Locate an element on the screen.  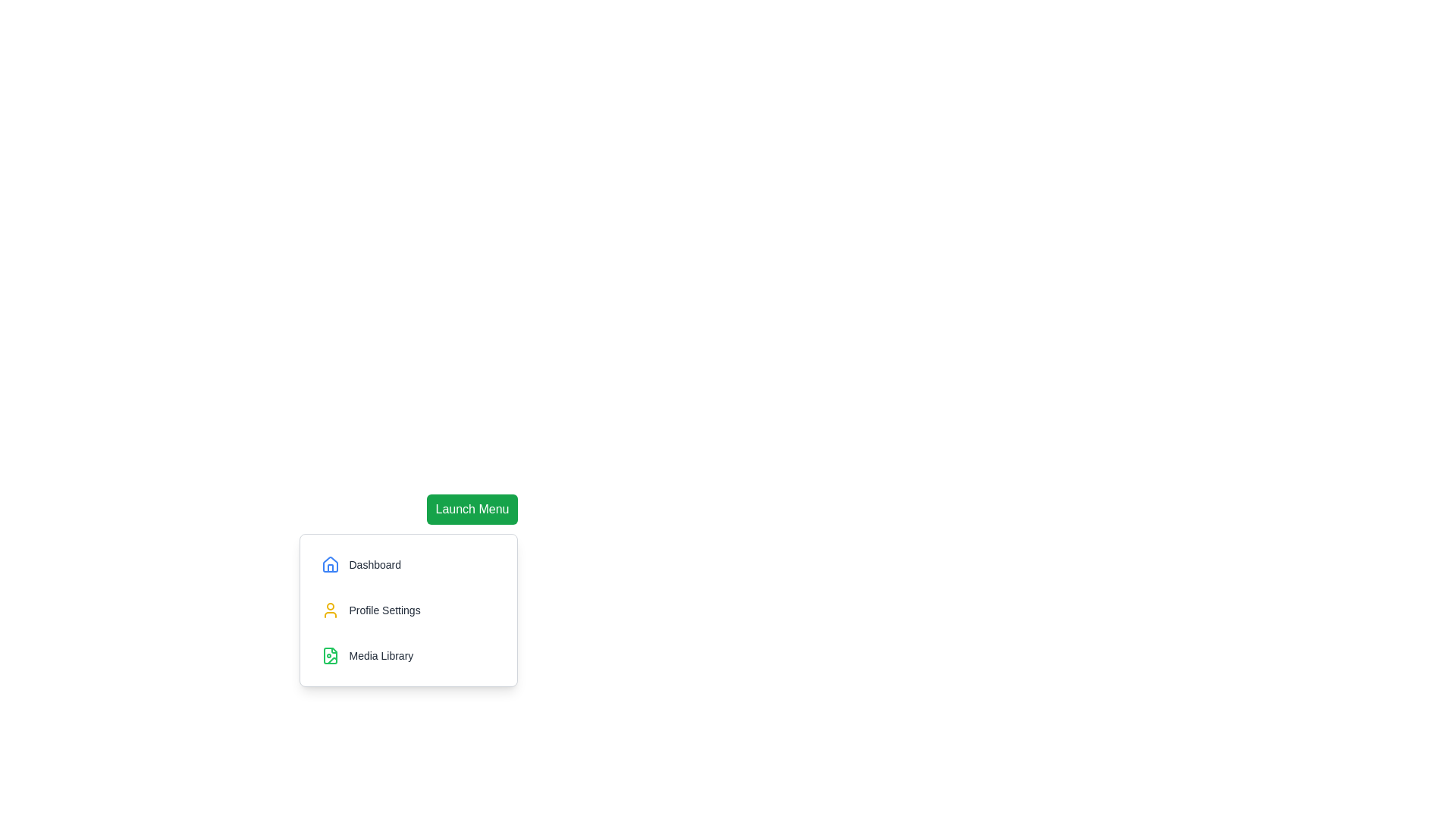
the Dropdown menu options labeled 'Dashboard', 'Profile Settings', and 'Media Library' is located at coordinates (472, 596).